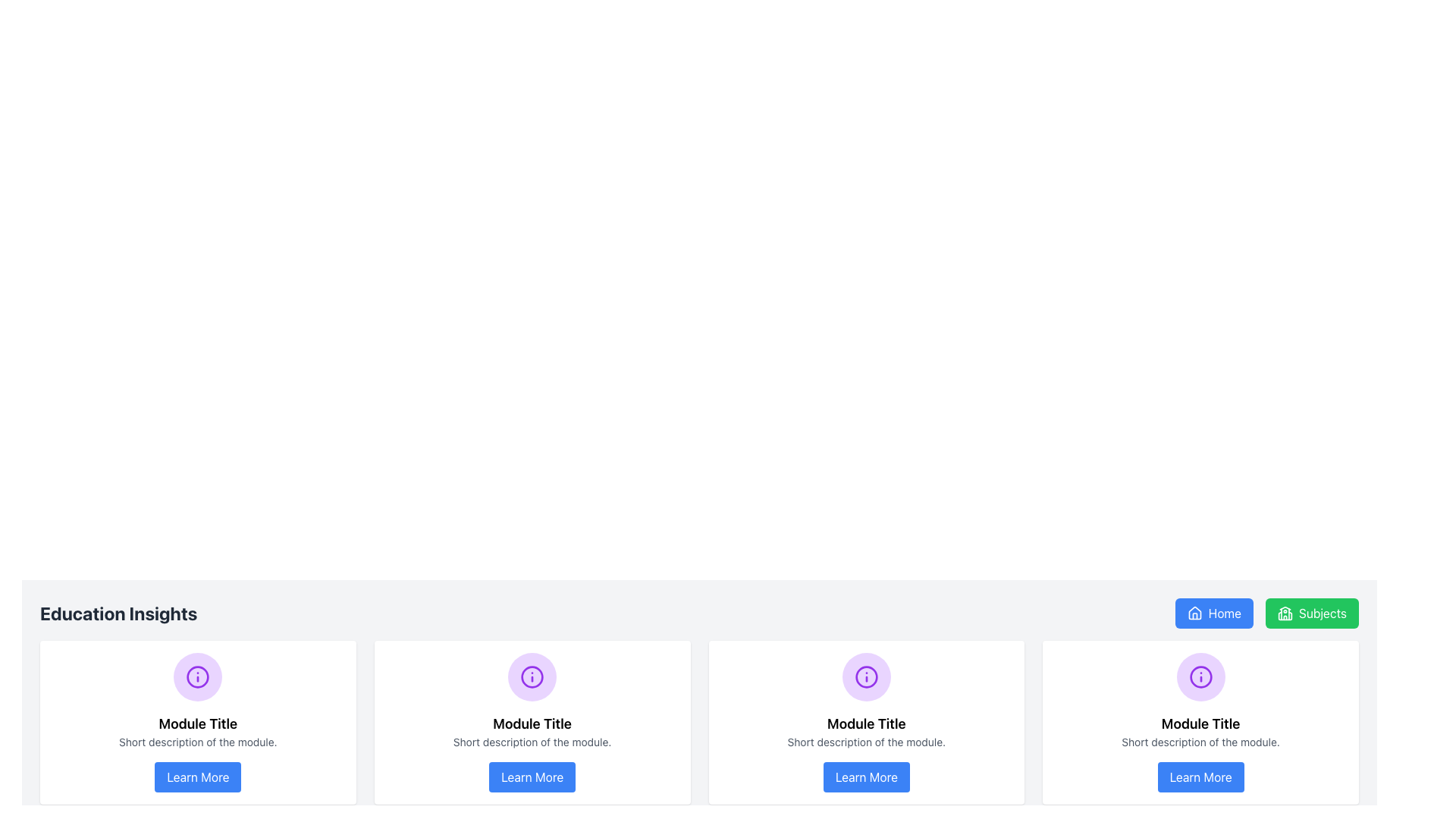 This screenshot has width=1456, height=819. I want to click on the 'Learn More' button, which has a blue background and white text, positioned at the bottom center of its card layout, so click(197, 777).